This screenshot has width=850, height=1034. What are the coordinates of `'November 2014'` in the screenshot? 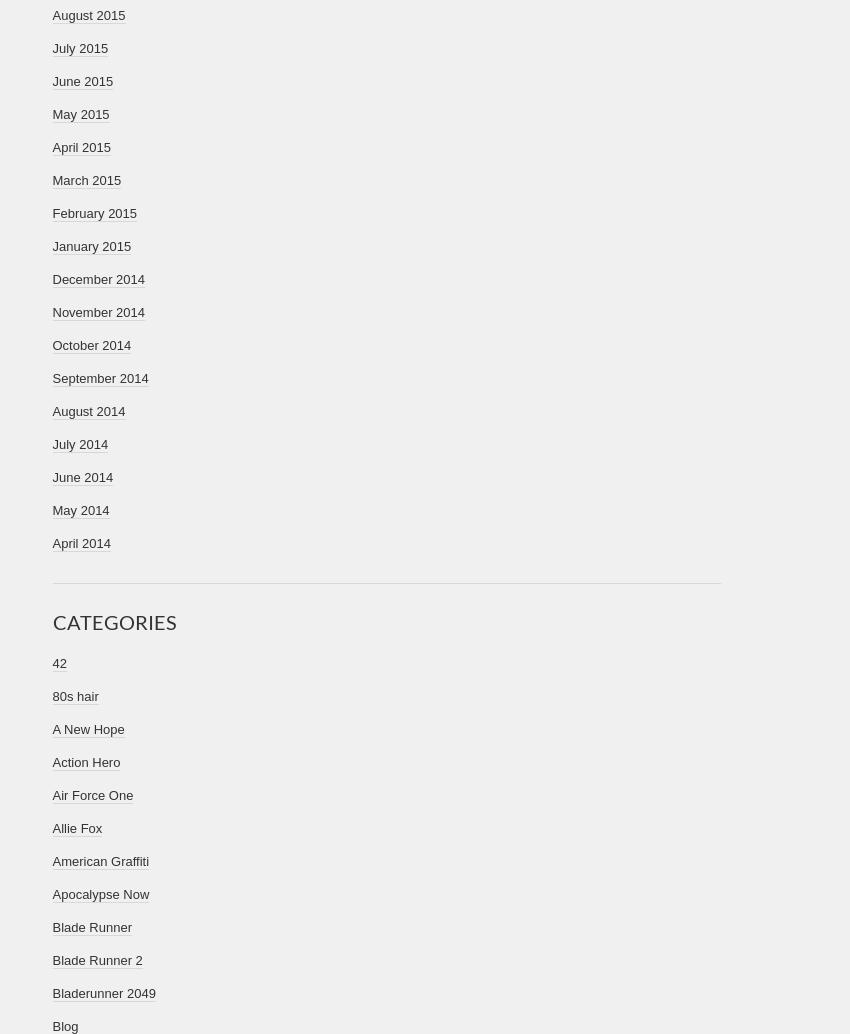 It's located at (97, 311).